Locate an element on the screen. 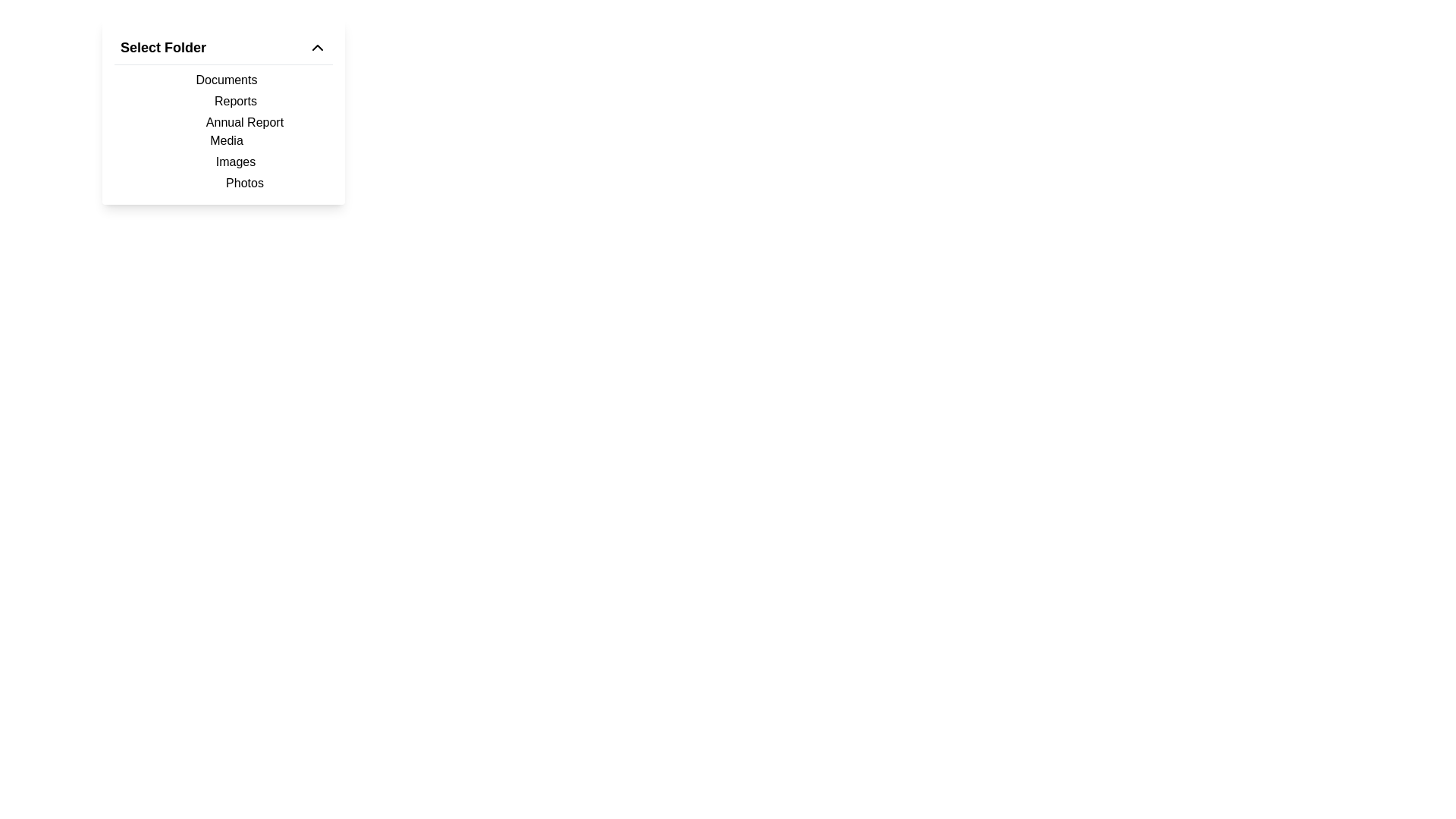 Image resolution: width=1456 pixels, height=819 pixels. the 'Reports' text label in the selectable menu list is located at coordinates (235, 102).